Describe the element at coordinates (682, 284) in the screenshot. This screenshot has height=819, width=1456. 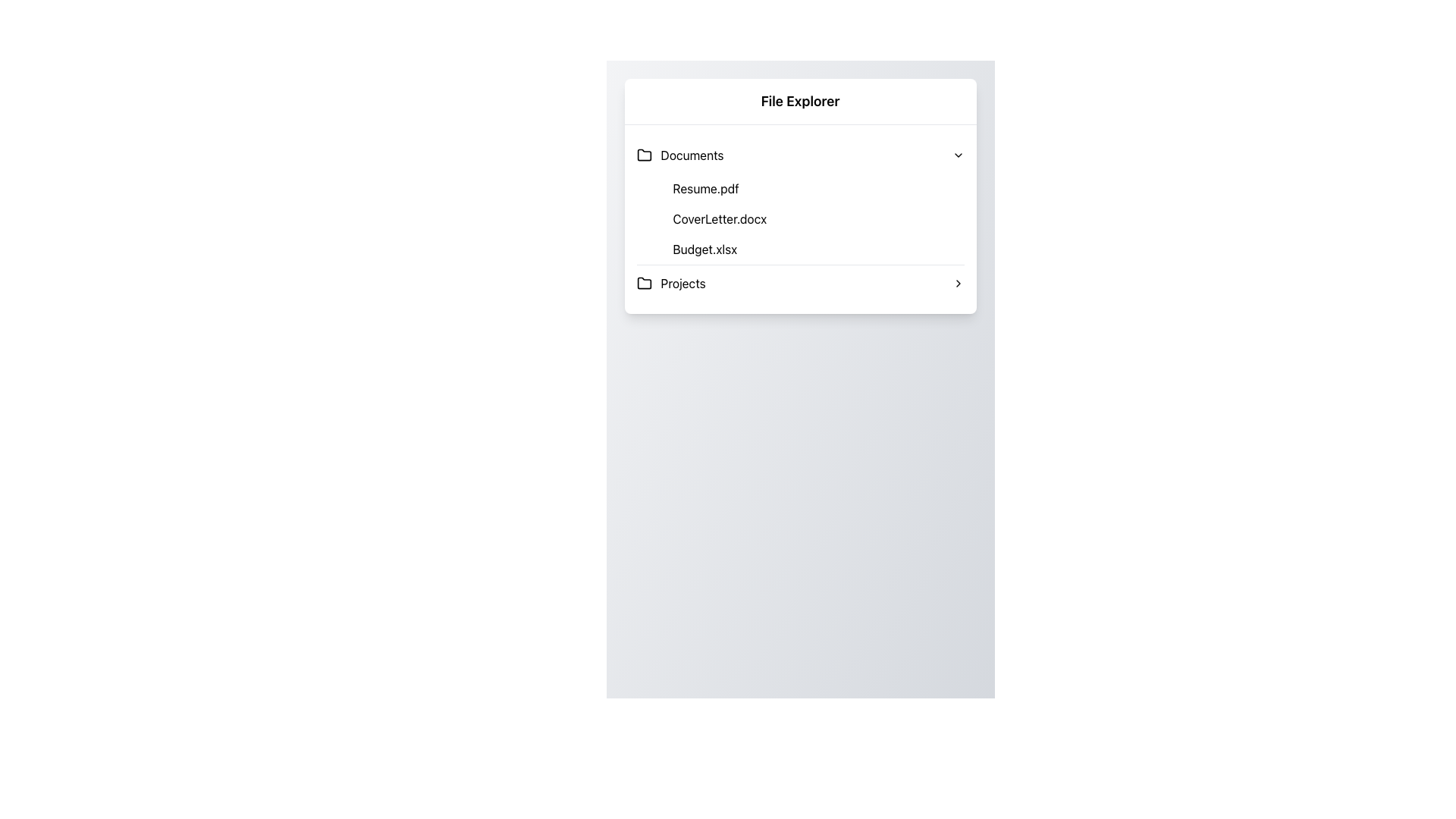
I see `the 'Projects' label in the file explorer, which is displayed as plain text in a sans-serif font and is the third visible row` at that location.